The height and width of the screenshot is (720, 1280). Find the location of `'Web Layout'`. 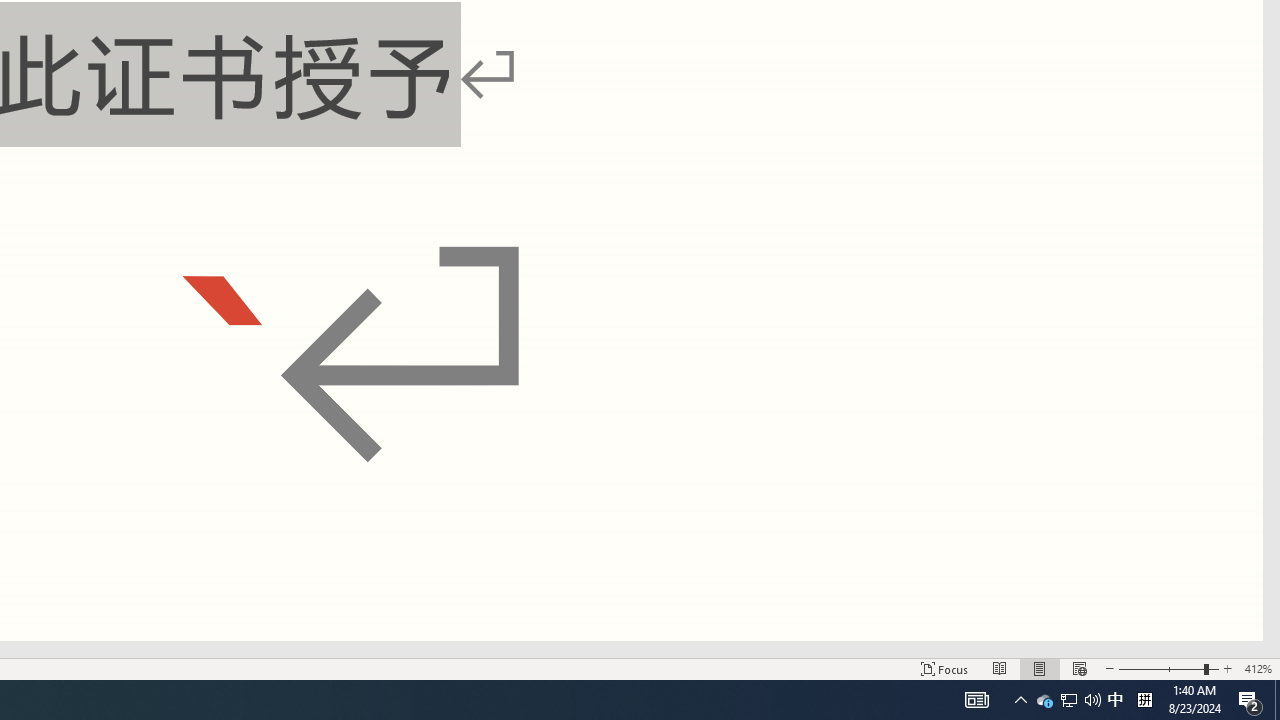

'Web Layout' is located at coordinates (1078, 669).